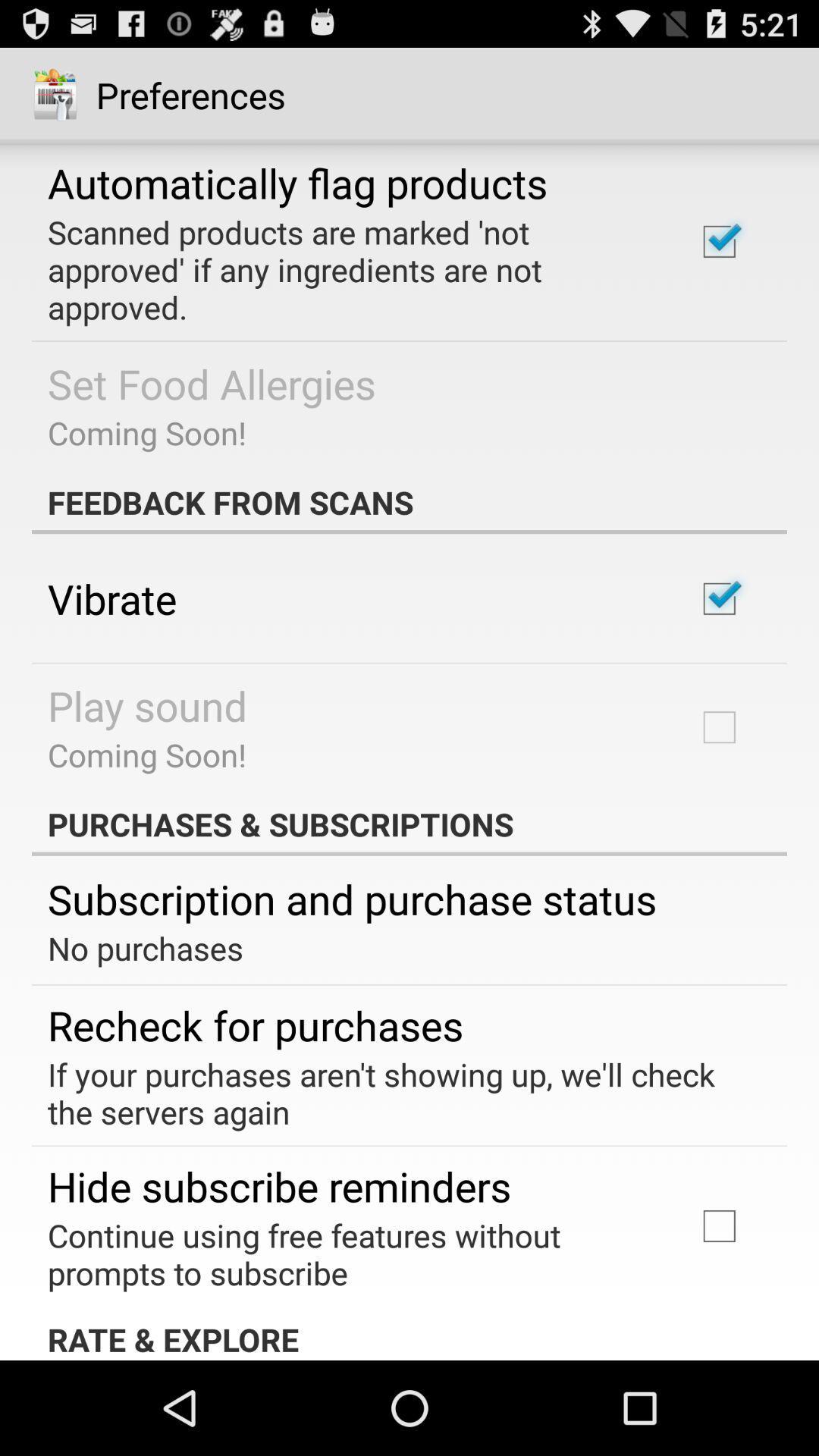 The height and width of the screenshot is (1456, 819). I want to click on the set food allergies, so click(212, 383).